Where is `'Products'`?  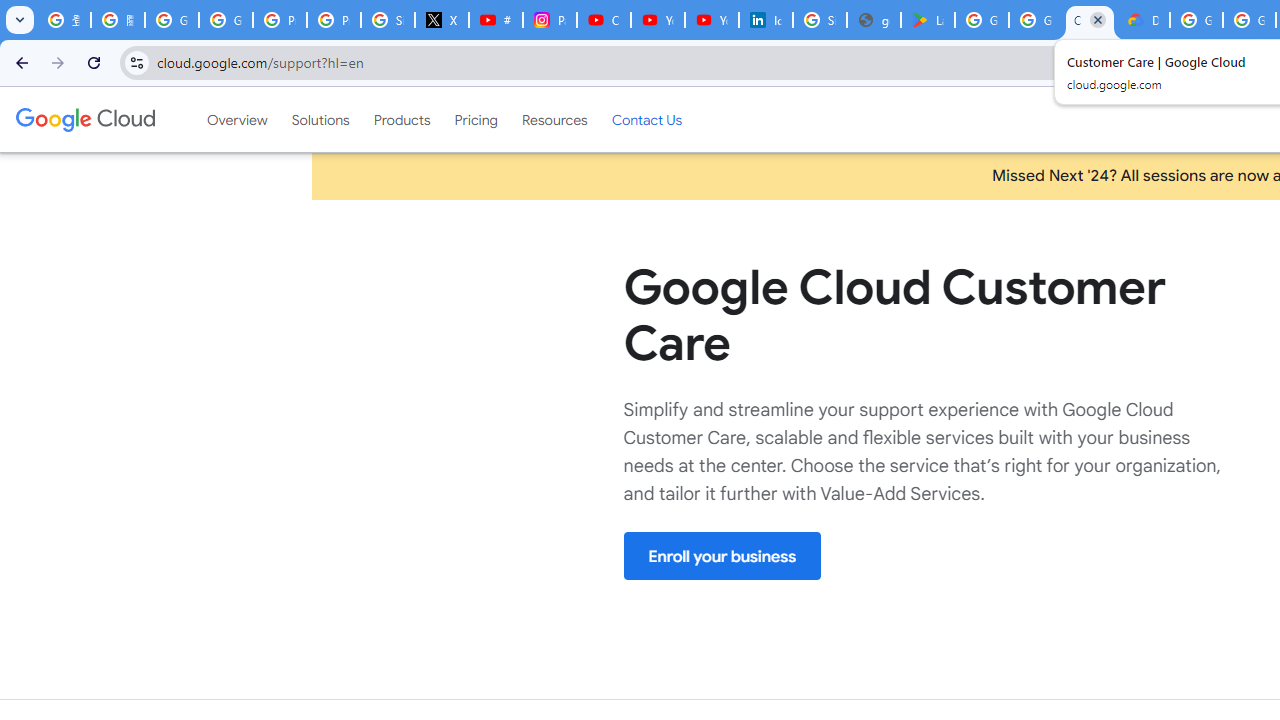 'Products' is located at coordinates (400, 119).